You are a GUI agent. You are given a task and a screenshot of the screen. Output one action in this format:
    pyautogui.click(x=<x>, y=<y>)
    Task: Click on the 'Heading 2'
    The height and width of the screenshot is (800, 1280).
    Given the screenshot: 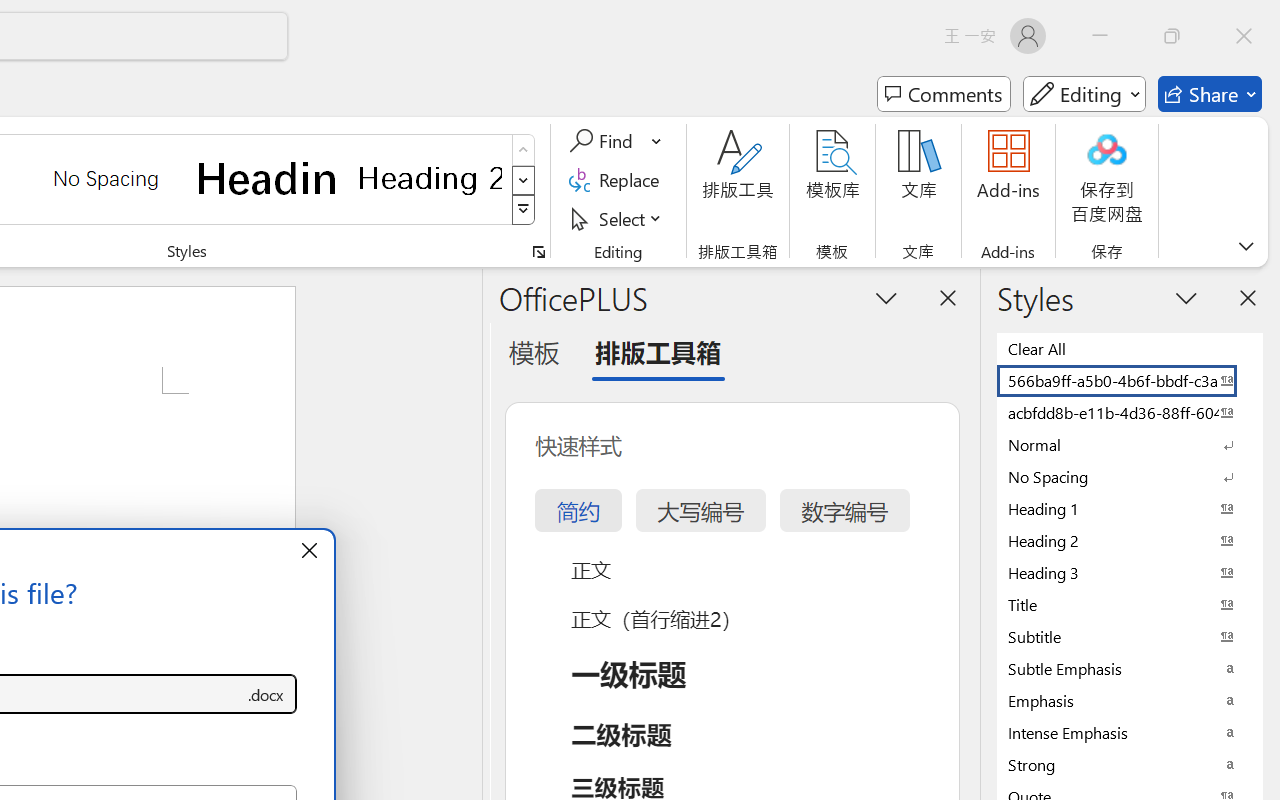 What is the action you would take?
    pyautogui.click(x=429, y=177)
    